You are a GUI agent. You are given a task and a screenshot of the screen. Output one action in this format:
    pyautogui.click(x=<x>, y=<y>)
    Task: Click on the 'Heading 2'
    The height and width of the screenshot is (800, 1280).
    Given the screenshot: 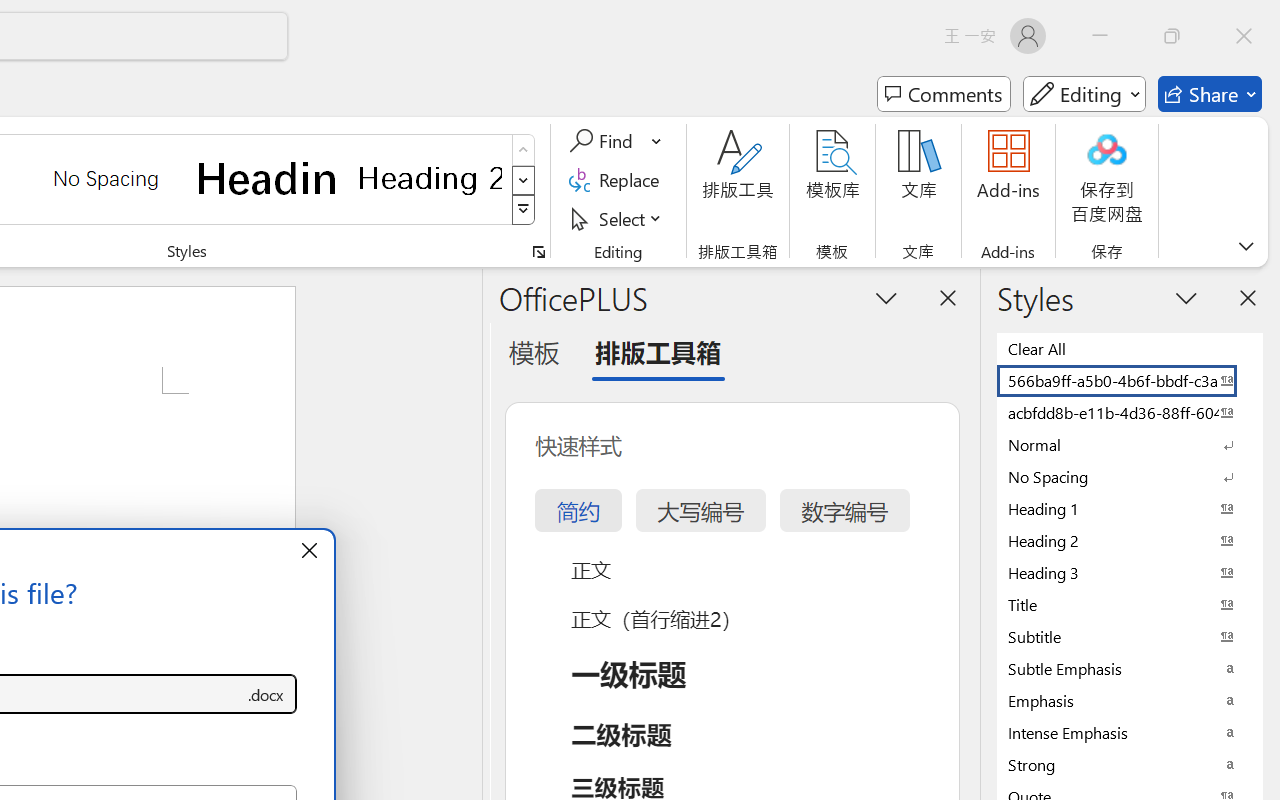 What is the action you would take?
    pyautogui.click(x=429, y=177)
    